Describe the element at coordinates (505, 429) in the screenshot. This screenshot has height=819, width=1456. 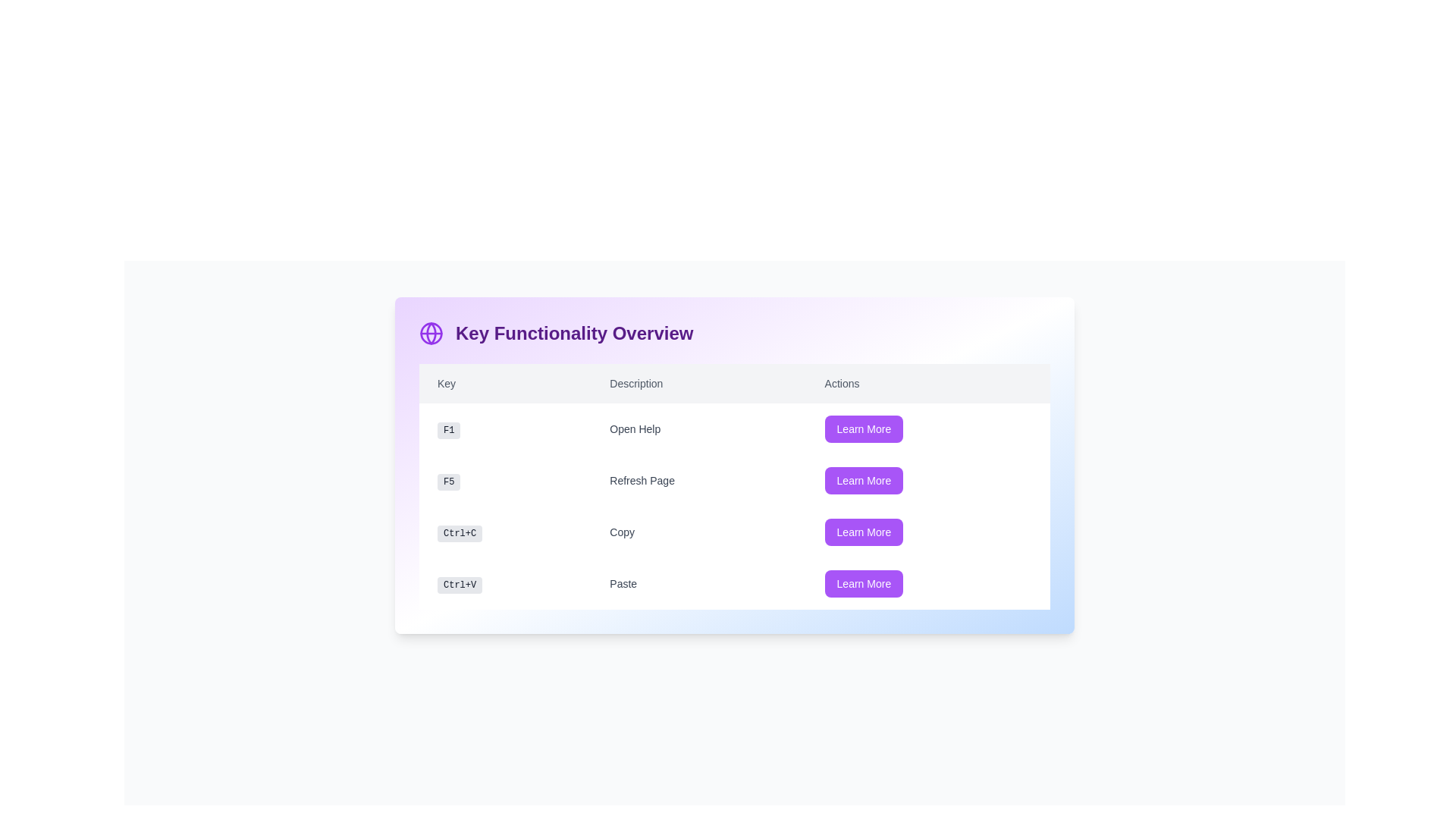
I see `the static text label element representing the 'F1' key` at that location.